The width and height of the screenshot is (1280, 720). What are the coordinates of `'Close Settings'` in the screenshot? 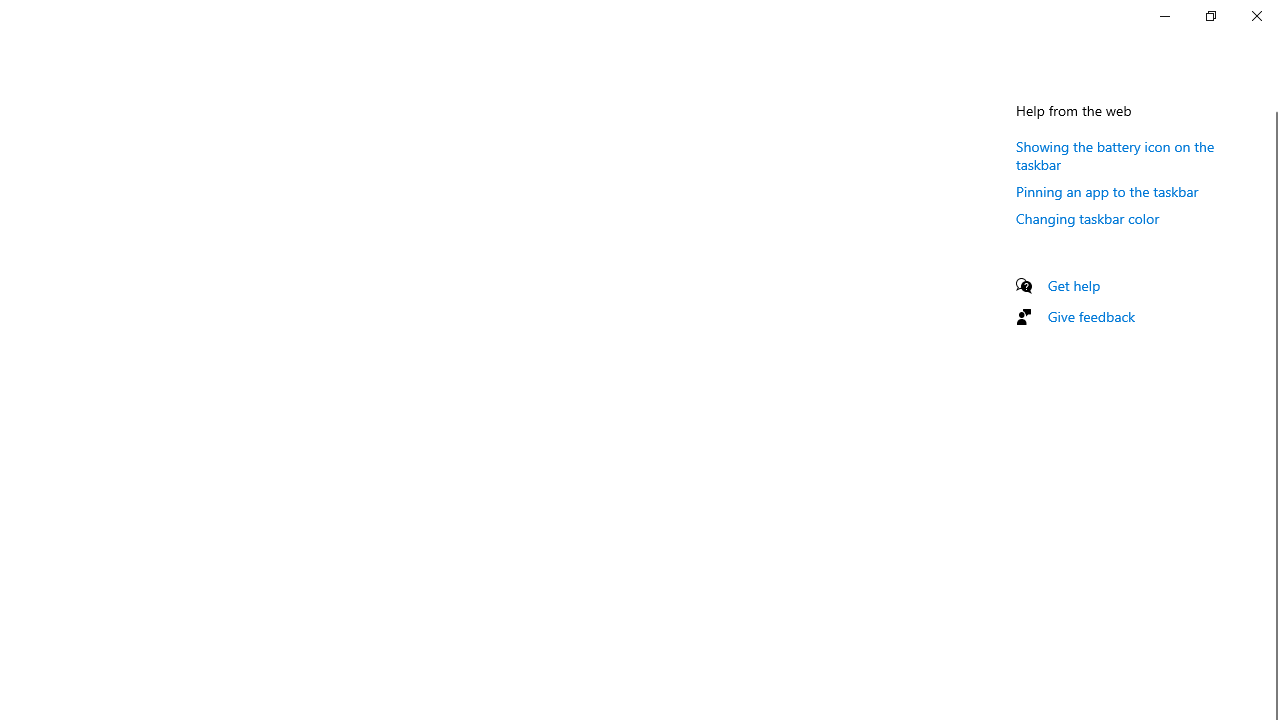 It's located at (1255, 15).